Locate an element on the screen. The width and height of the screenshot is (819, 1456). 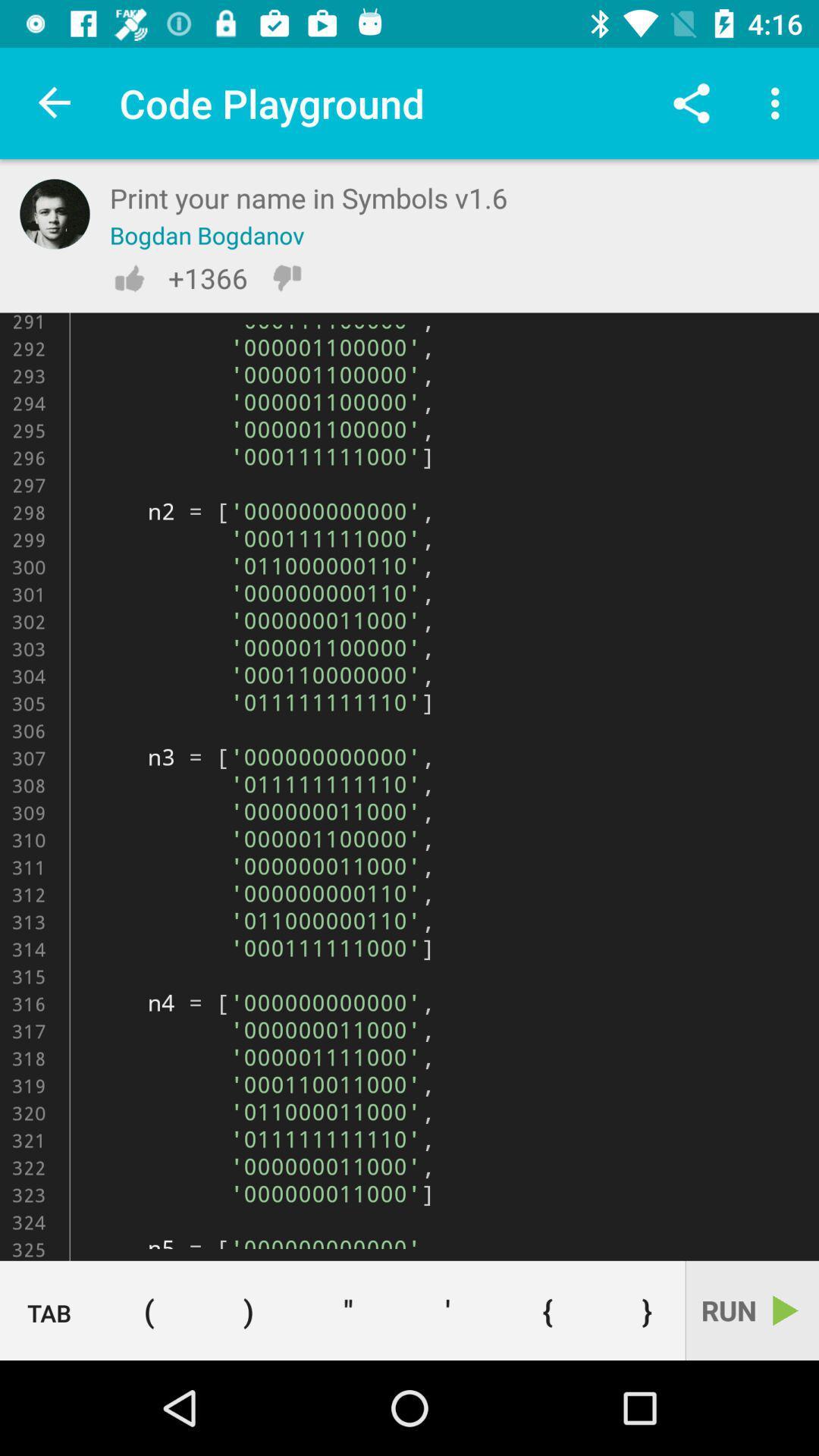
the thumbs_up icon is located at coordinates (128, 278).